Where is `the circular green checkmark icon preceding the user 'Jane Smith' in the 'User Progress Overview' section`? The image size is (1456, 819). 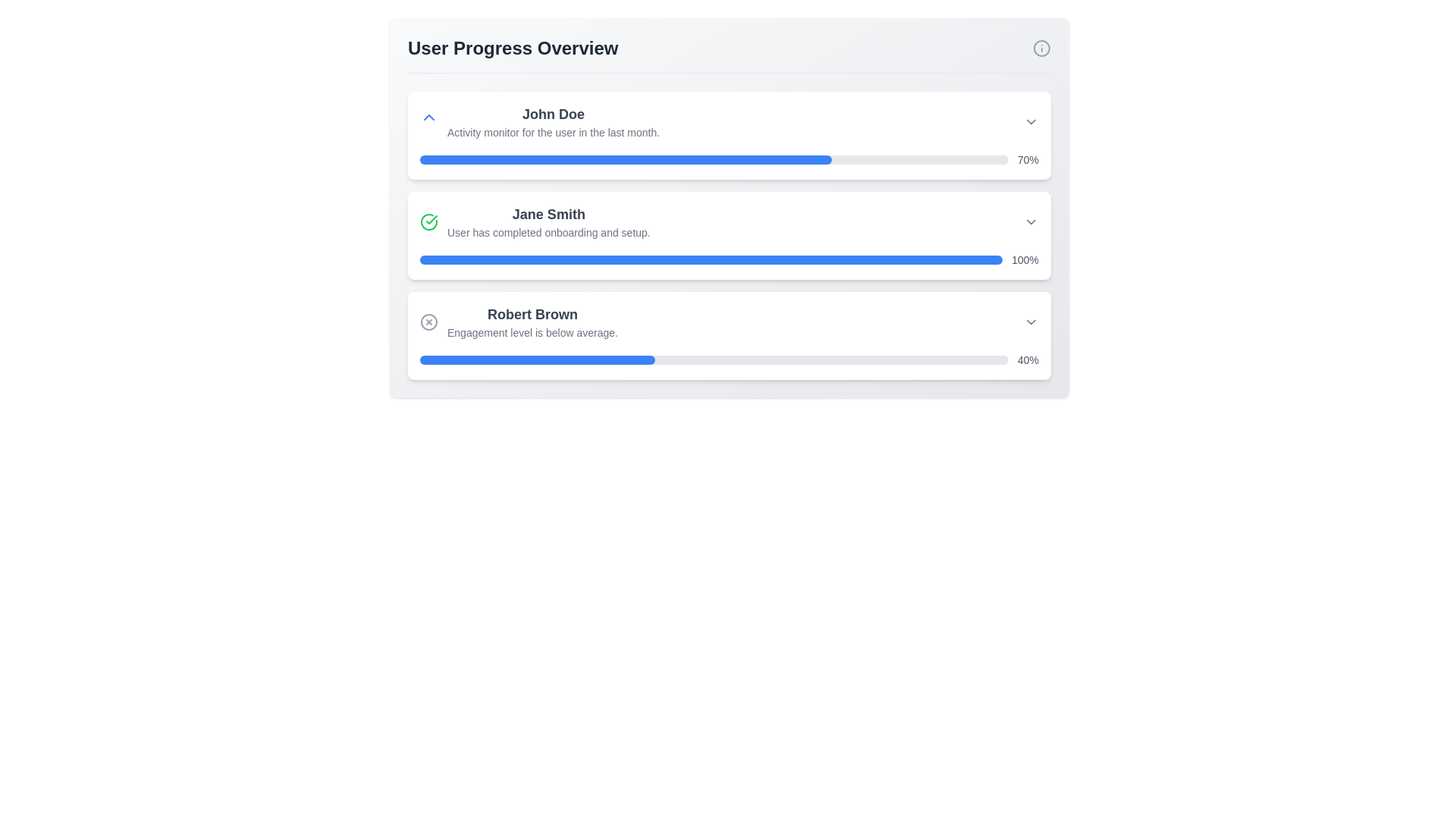
the circular green checkmark icon preceding the user 'Jane Smith' in the 'User Progress Overview' section is located at coordinates (428, 222).